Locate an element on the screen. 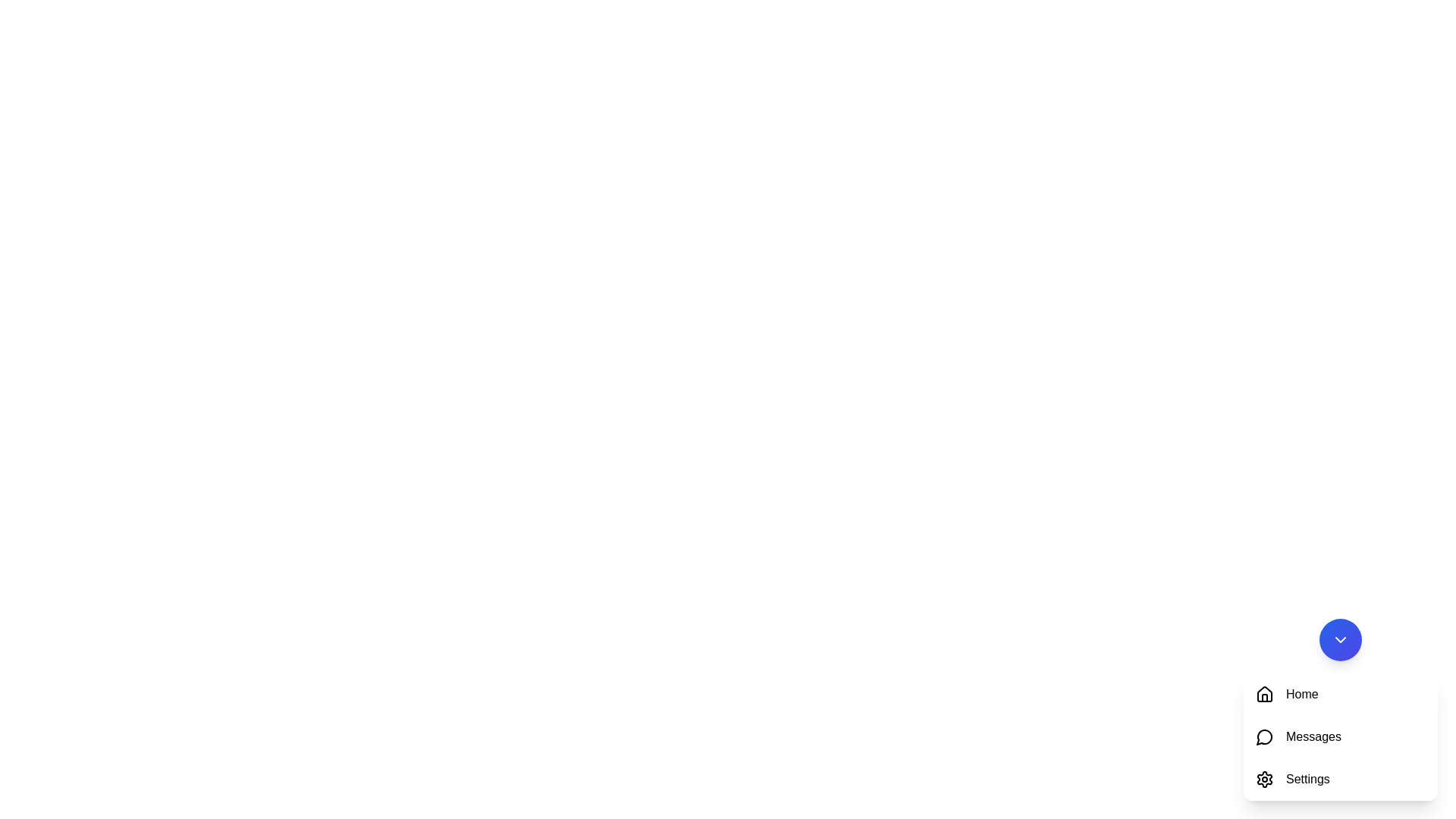 This screenshot has width=1456, height=819. the gear-shaped icon representing settings, located next to the text labeled 'Settings', to trigger hover effects is located at coordinates (1265, 780).